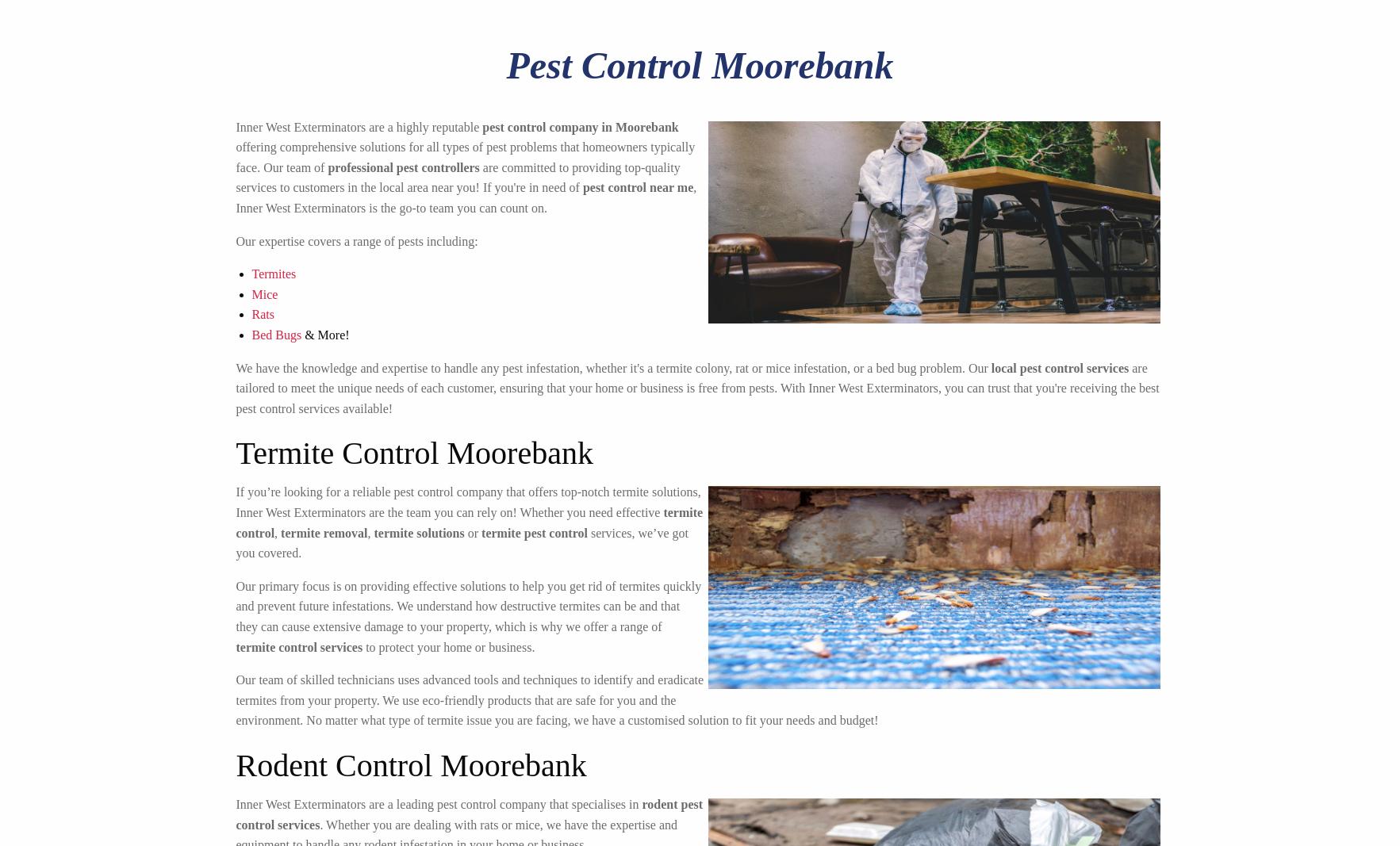  I want to click on 'termite pest control', so click(480, 532).